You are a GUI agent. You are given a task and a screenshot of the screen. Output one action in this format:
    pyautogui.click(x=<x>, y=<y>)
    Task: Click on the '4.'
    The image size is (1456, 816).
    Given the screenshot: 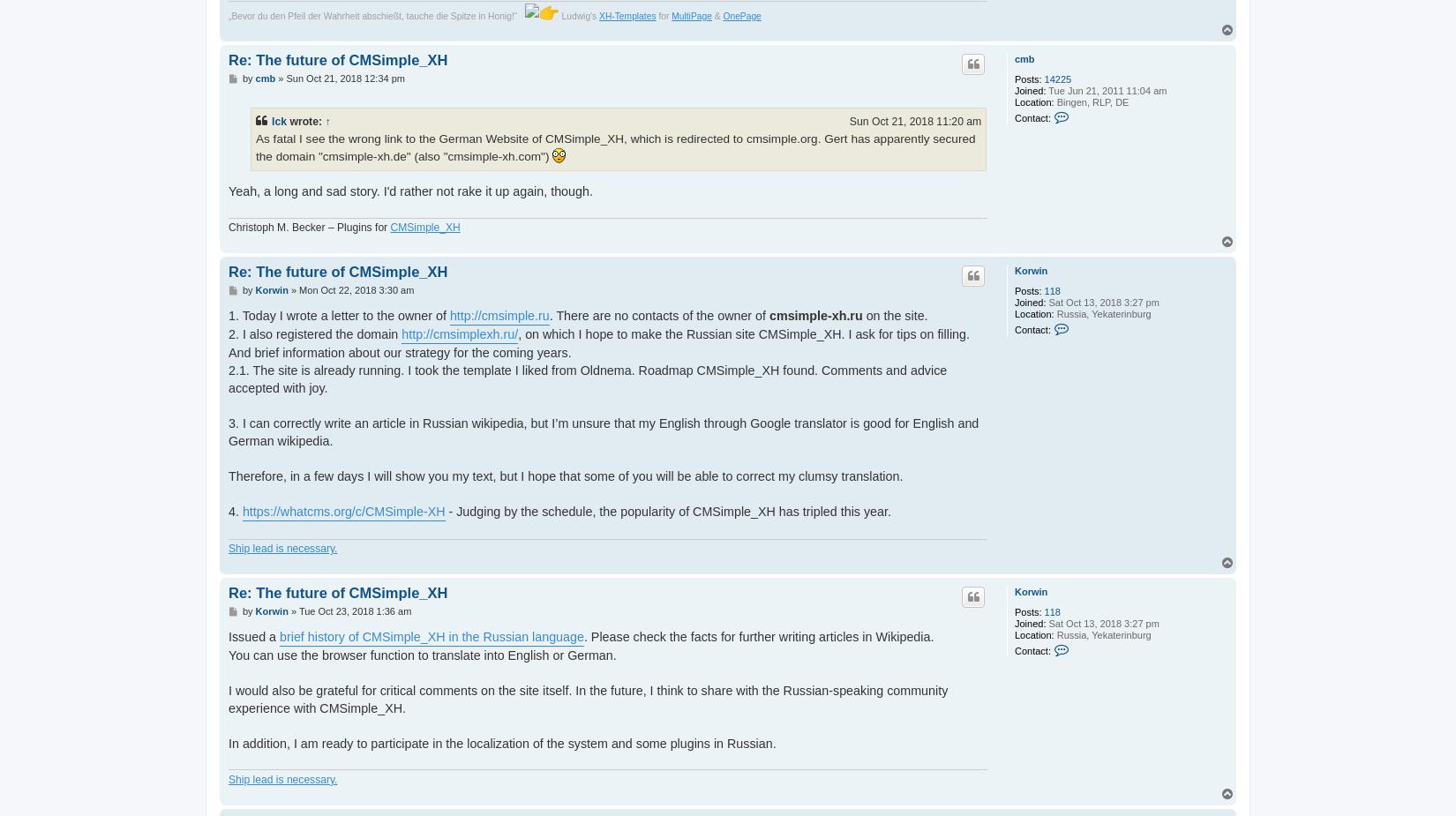 What is the action you would take?
    pyautogui.click(x=235, y=511)
    